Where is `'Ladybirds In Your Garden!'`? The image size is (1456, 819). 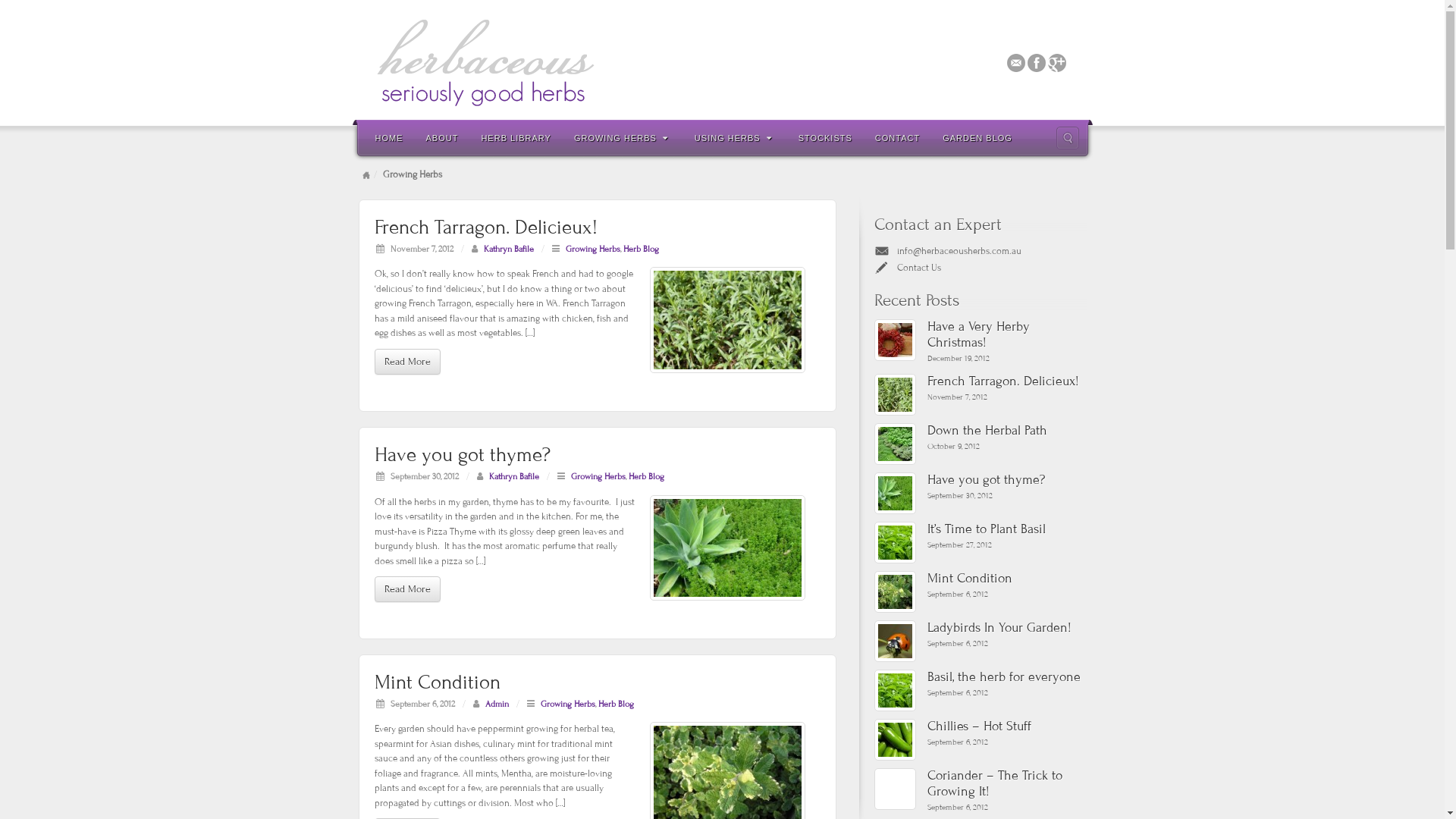 'Ladybirds In Your Garden!' is located at coordinates (874, 641).